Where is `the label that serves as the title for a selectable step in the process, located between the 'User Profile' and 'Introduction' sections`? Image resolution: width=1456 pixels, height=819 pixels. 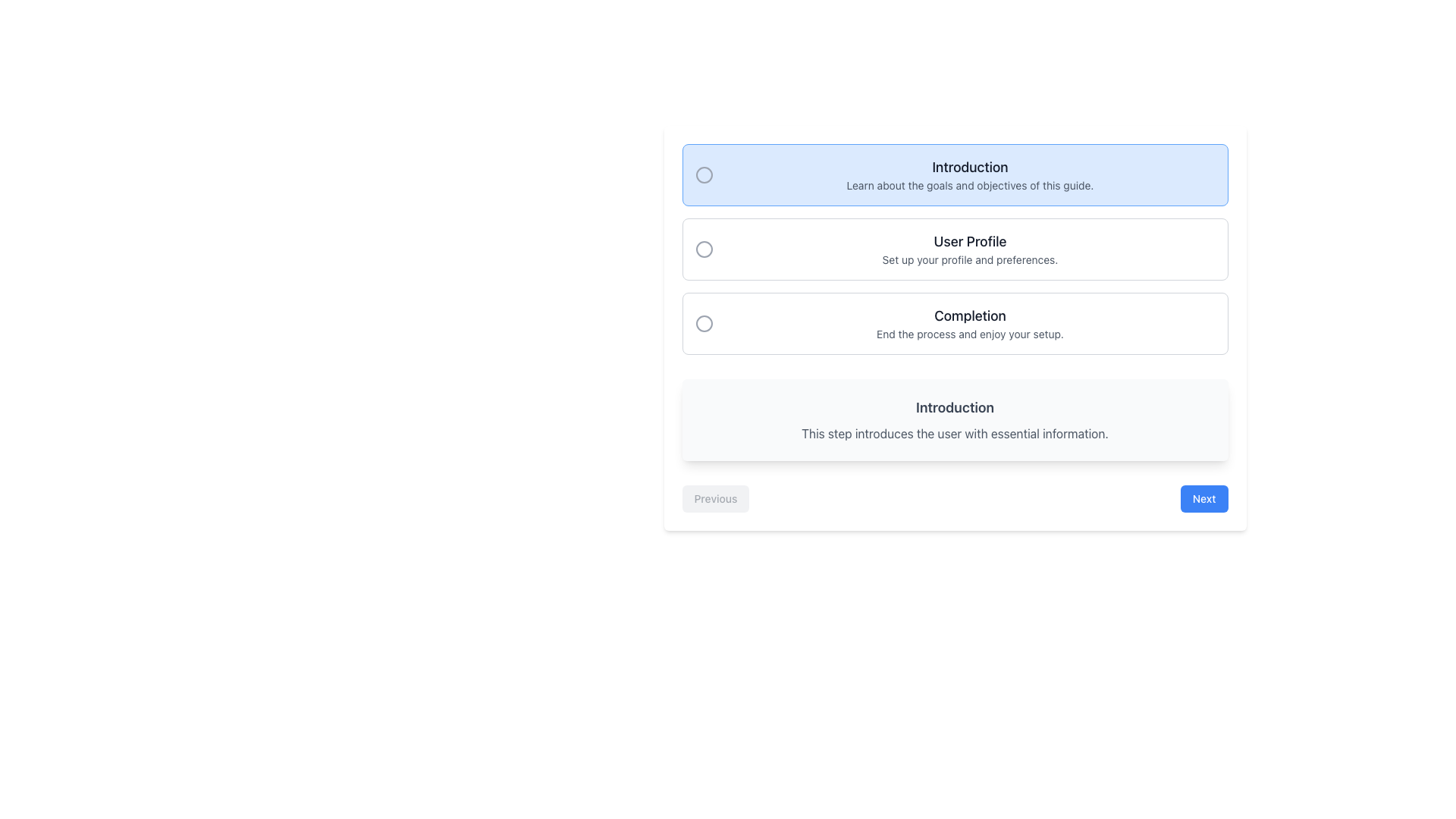 the label that serves as the title for a selectable step in the process, located between the 'User Profile' and 'Introduction' sections is located at coordinates (969, 315).